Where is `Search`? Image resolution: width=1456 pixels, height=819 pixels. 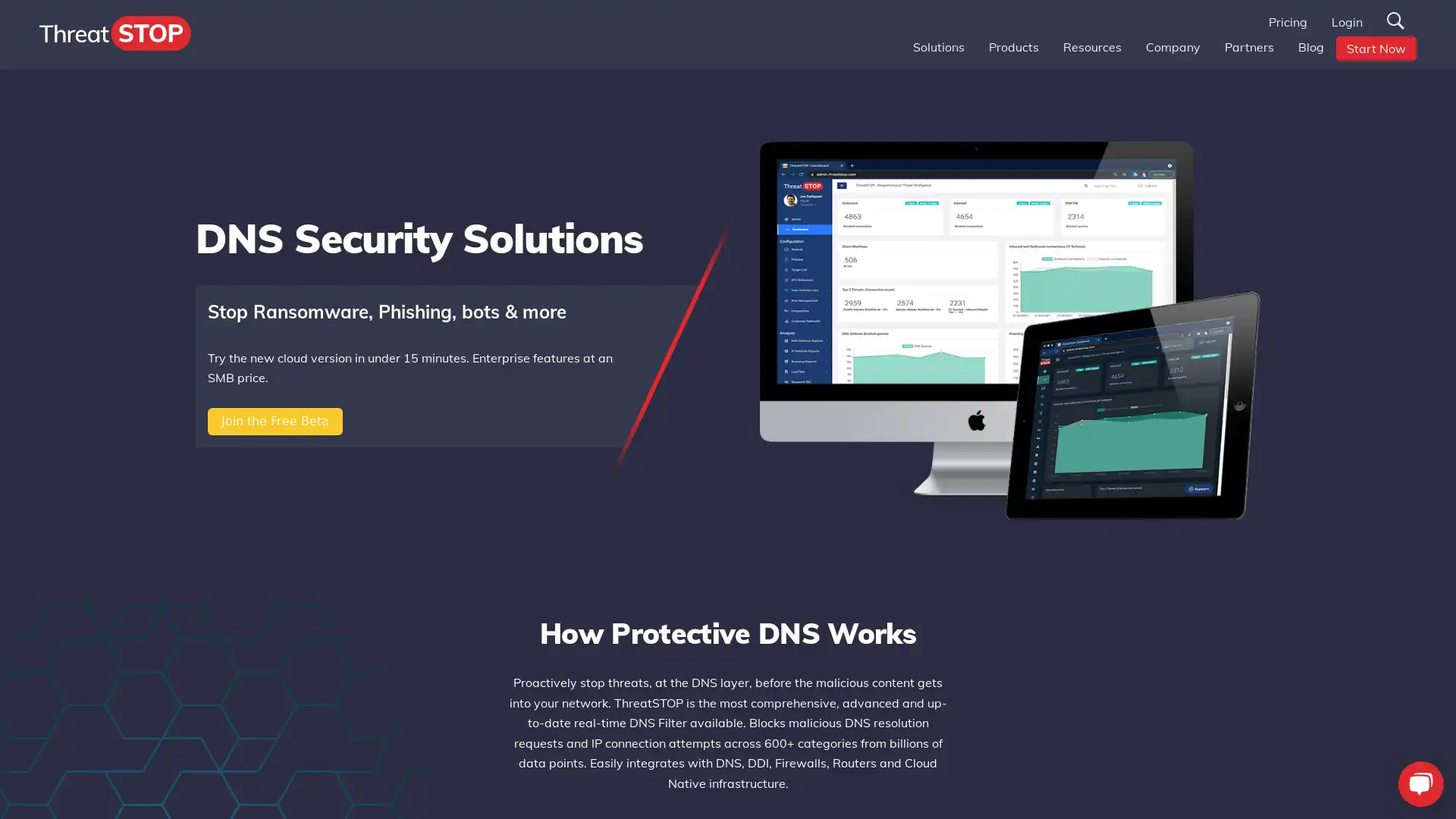
Search is located at coordinates (1395, 21).